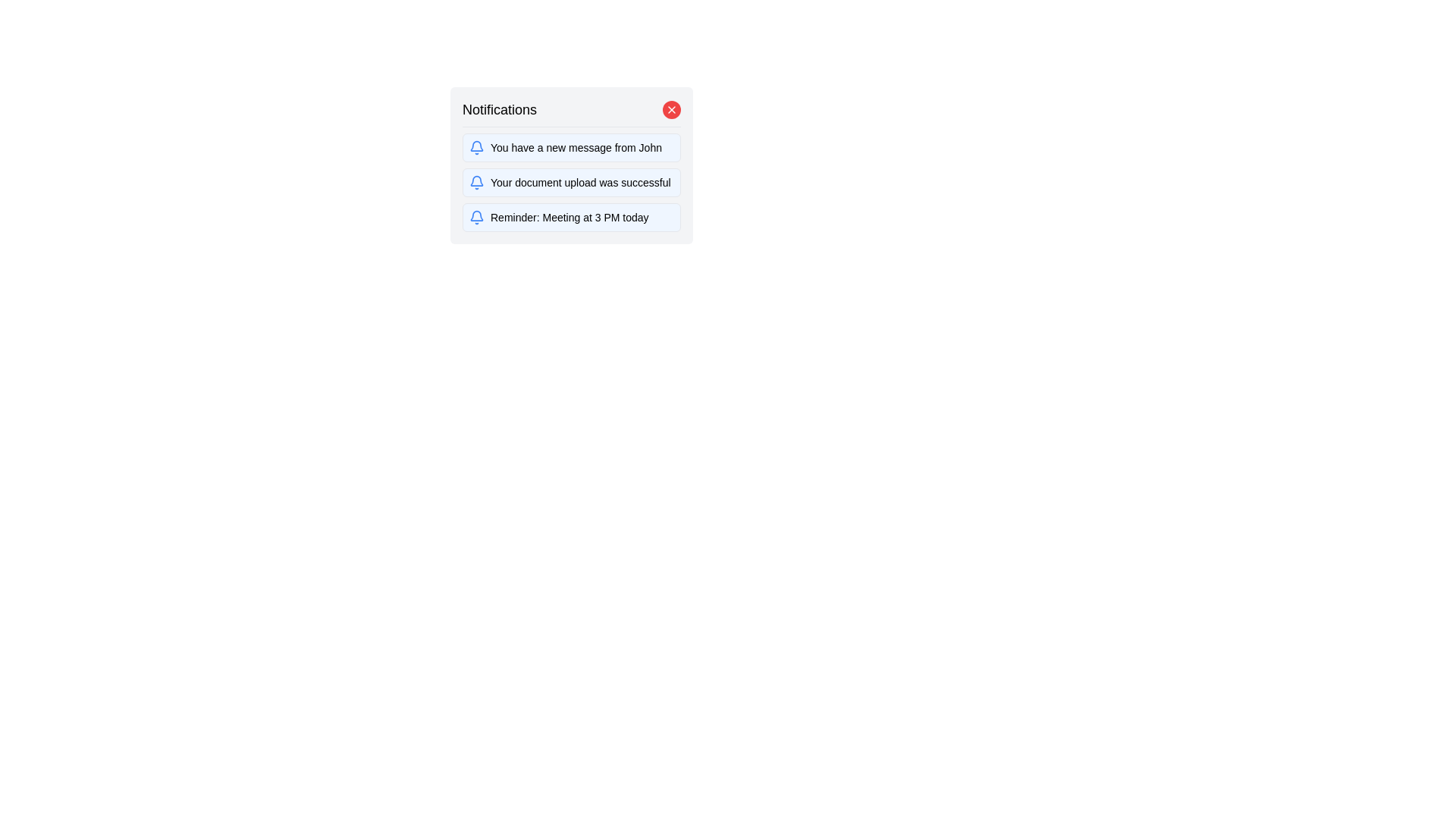 The width and height of the screenshot is (1456, 819). I want to click on the bold 'X' icon with a red background located at the top-right corner of the notification card, so click(671, 109).